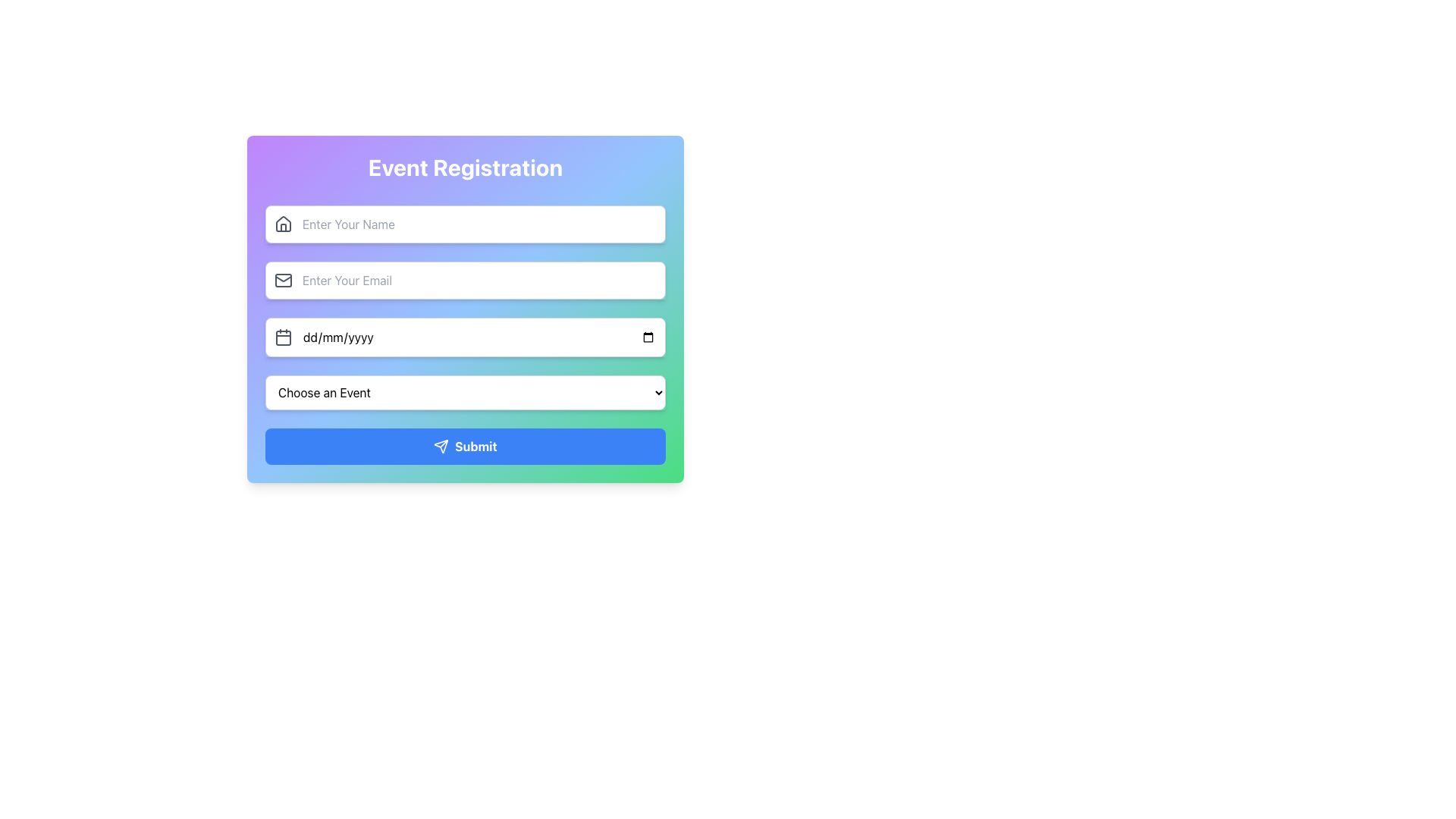  Describe the element at coordinates (284, 278) in the screenshot. I see `envelope icon decoration SVG element located within the form, adjacent to the email input field, using developer tools` at that location.